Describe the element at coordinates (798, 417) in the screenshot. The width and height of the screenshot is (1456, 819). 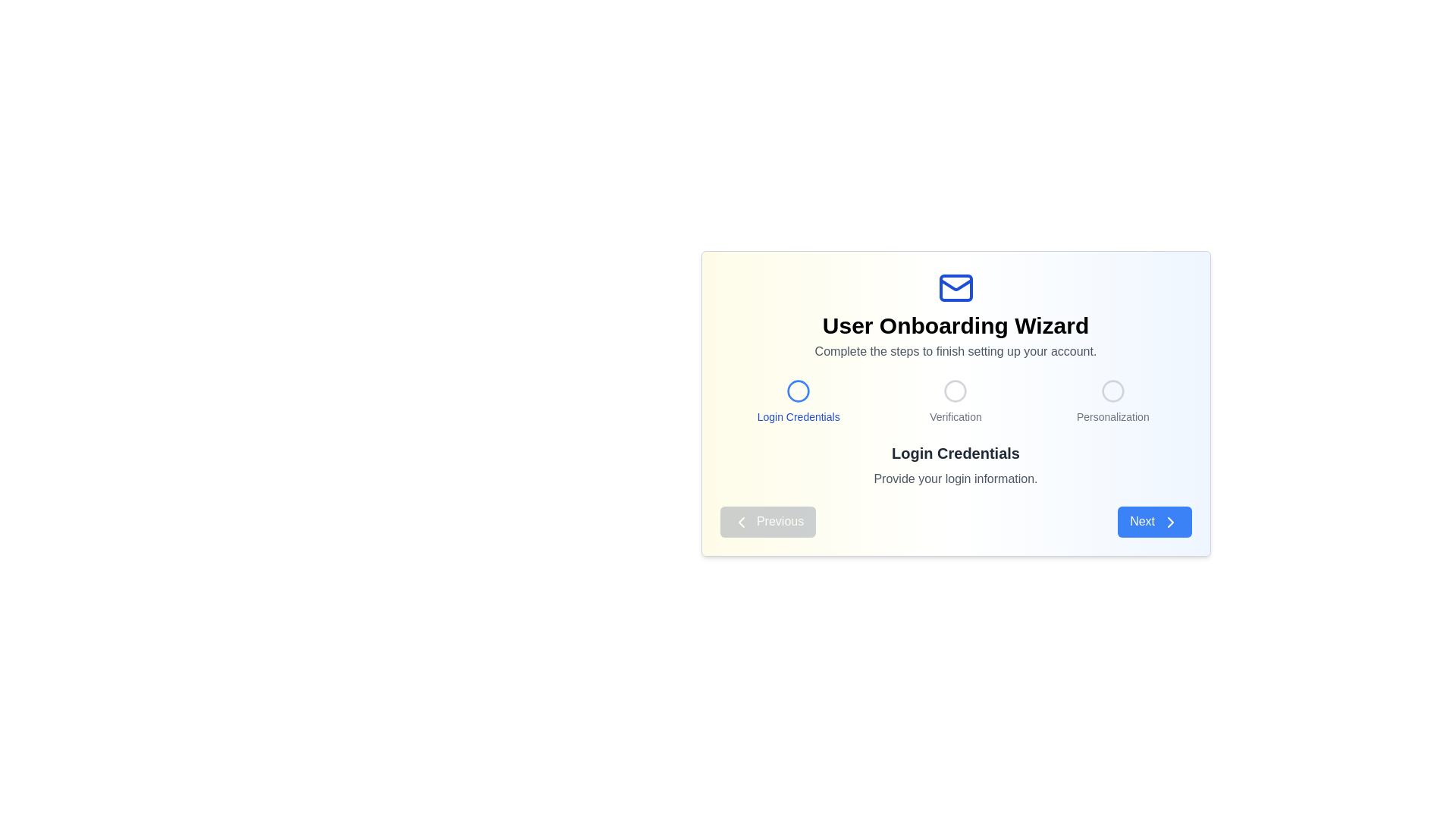
I see `the 'Login Credentials' text label, which is styled in blue and located in the step indicator section of the onboarding wizard` at that location.